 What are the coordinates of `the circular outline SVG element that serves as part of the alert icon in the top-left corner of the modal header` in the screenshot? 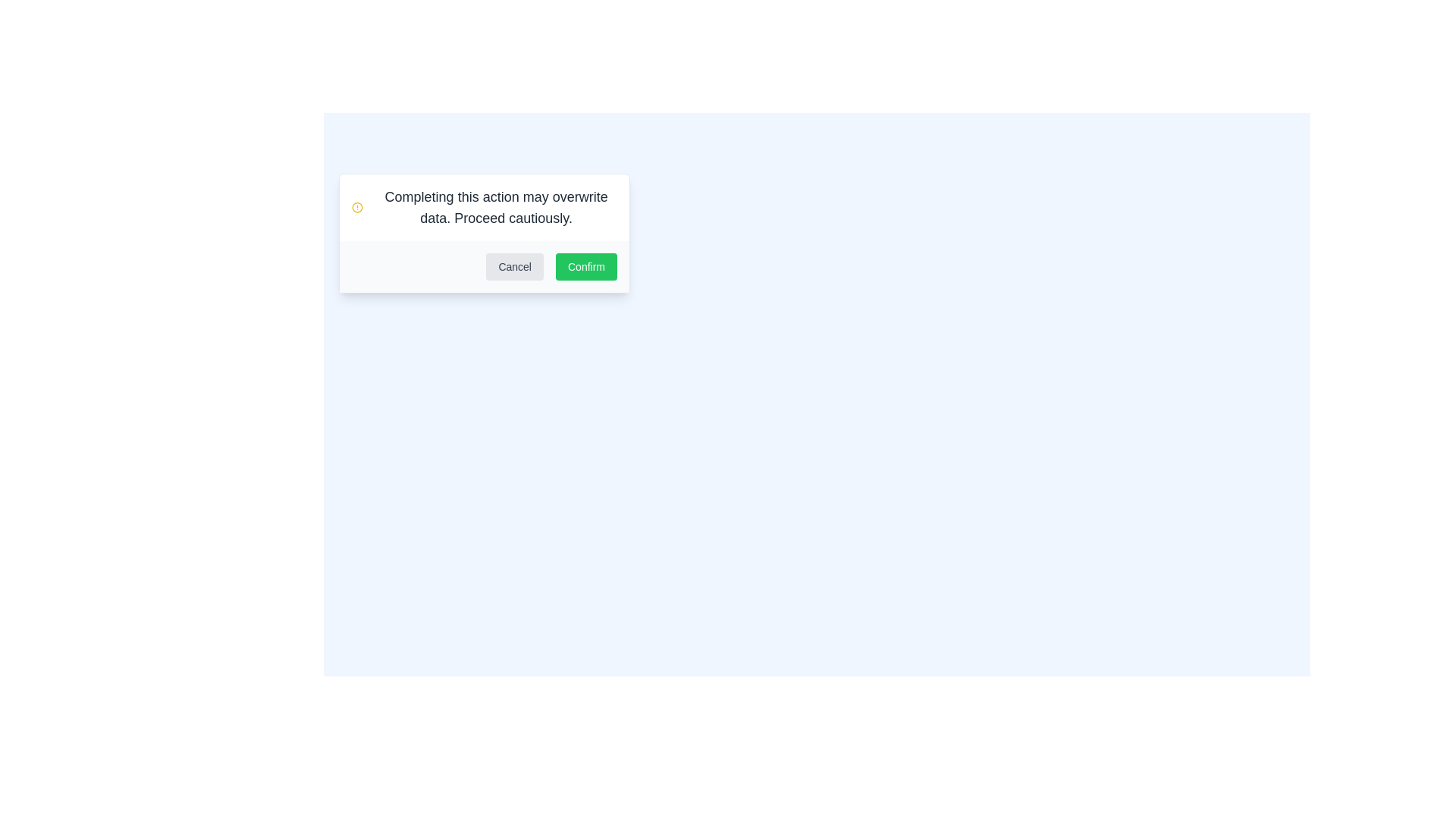 It's located at (356, 207).